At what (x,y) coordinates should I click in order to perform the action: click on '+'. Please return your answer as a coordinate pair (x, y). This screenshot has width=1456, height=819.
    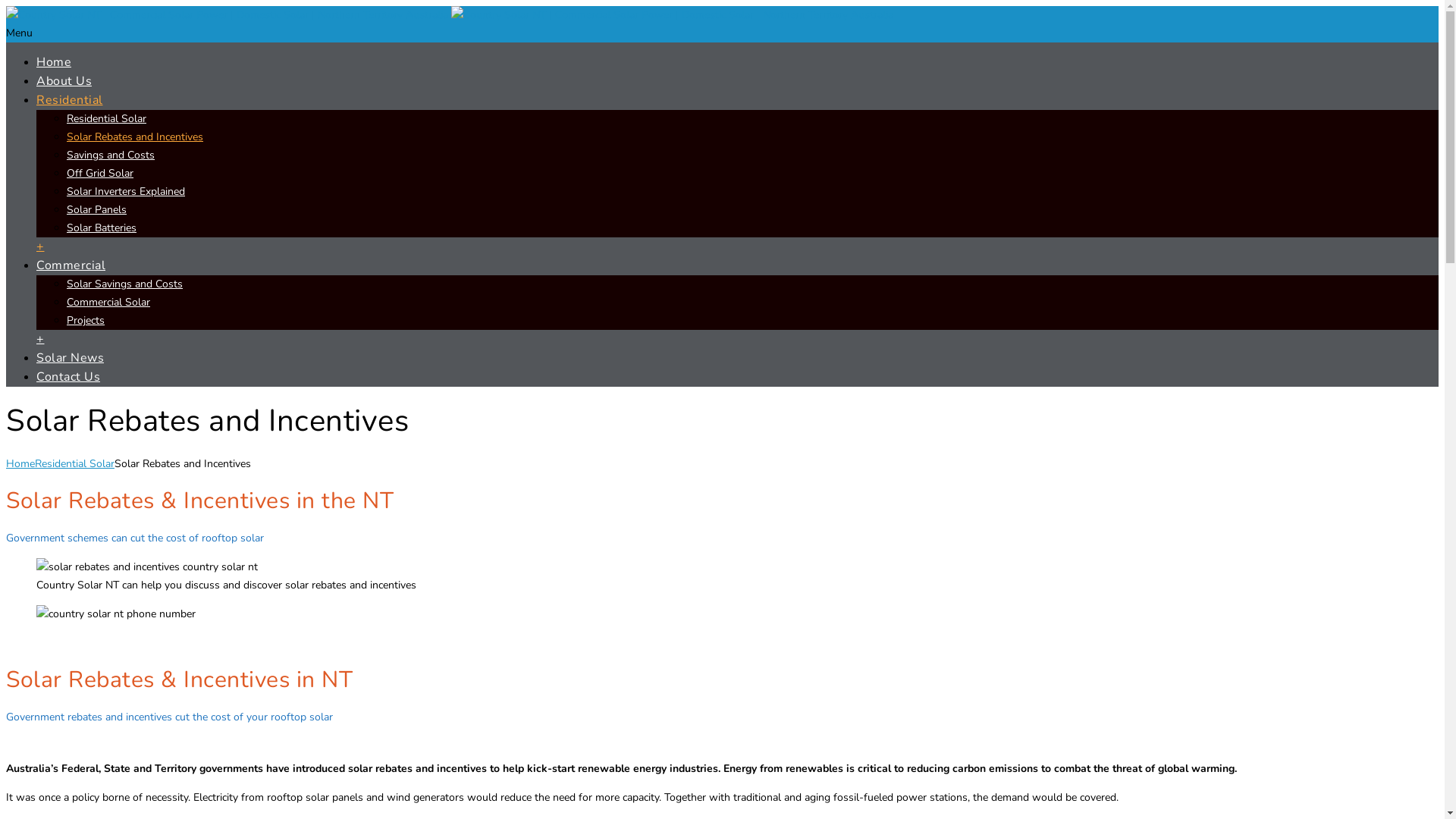
    Looking at the image, I should click on (40, 338).